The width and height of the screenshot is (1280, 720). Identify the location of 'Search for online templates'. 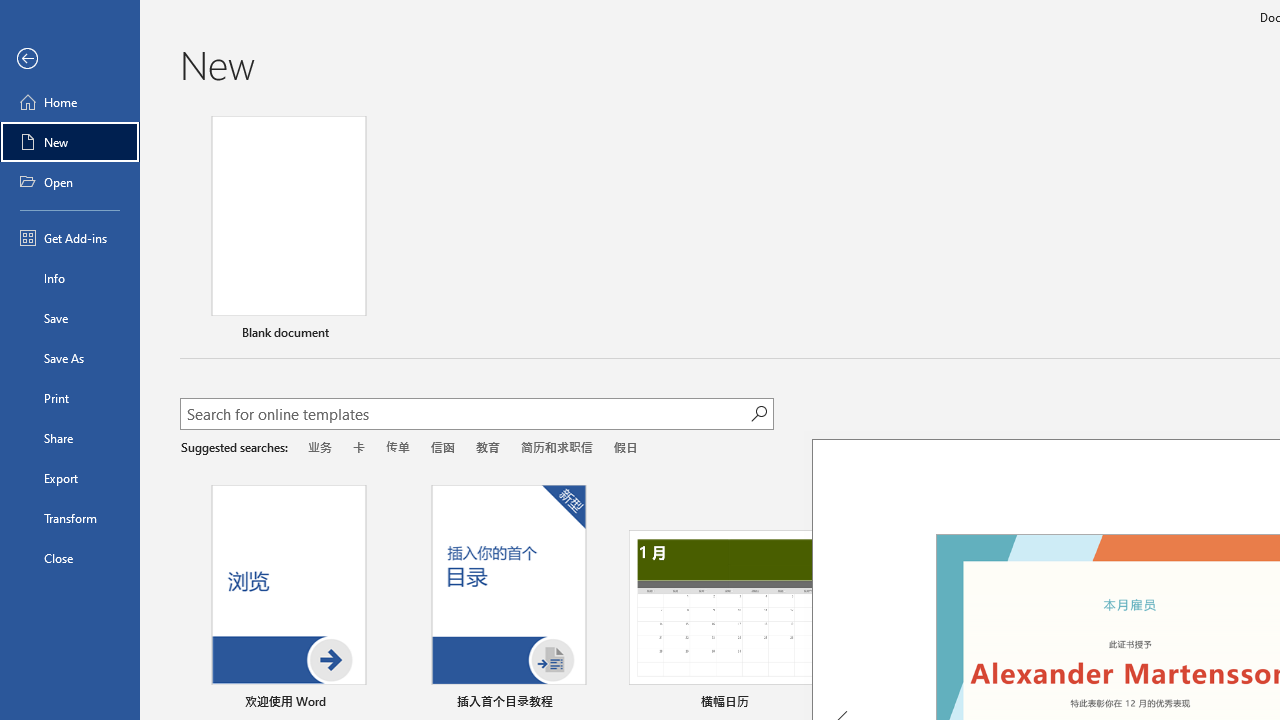
(464, 415).